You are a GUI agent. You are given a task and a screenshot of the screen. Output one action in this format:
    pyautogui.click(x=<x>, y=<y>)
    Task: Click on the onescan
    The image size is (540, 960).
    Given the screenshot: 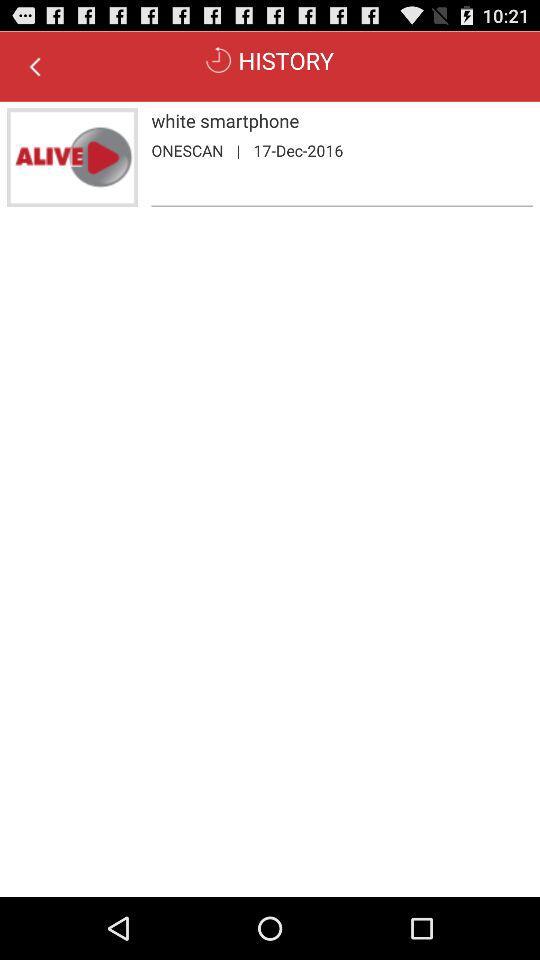 What is the action you would take?
    pyautogui.click(x=187, y=149)
    